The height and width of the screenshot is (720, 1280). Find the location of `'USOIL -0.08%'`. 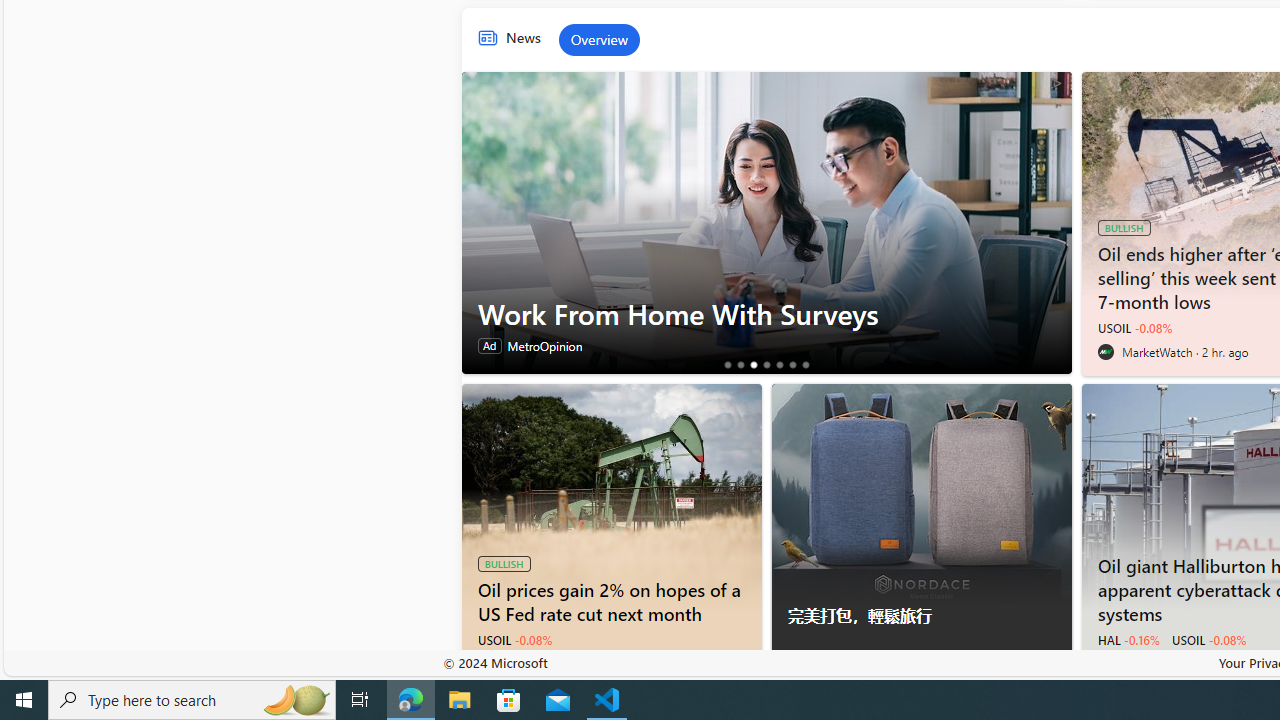

'USOIL -0.08%' is located at coordinates (1207, 640).